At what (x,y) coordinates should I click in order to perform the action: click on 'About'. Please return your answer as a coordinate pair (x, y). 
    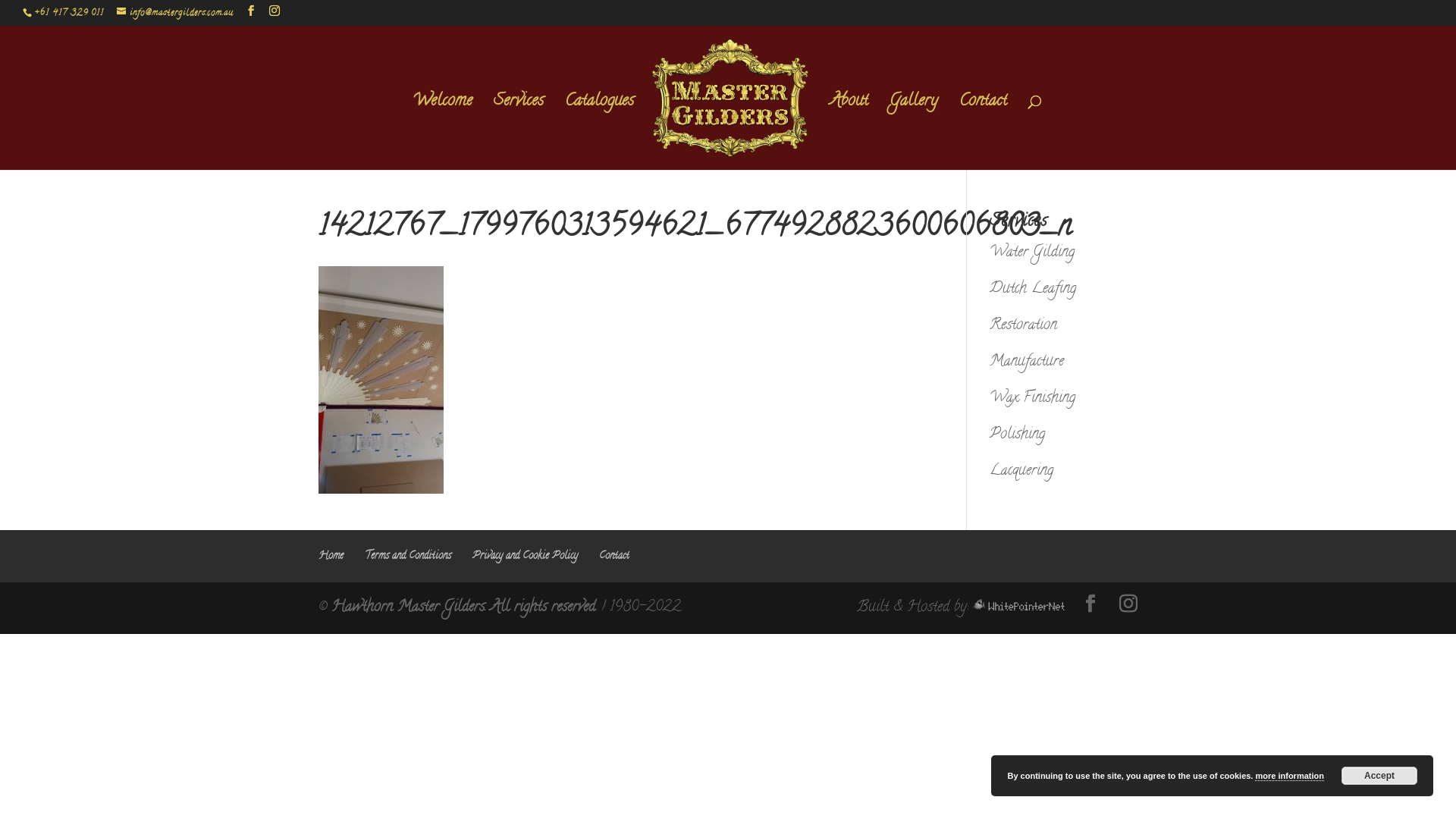
    Looking at the image, I should click on (848, 132).